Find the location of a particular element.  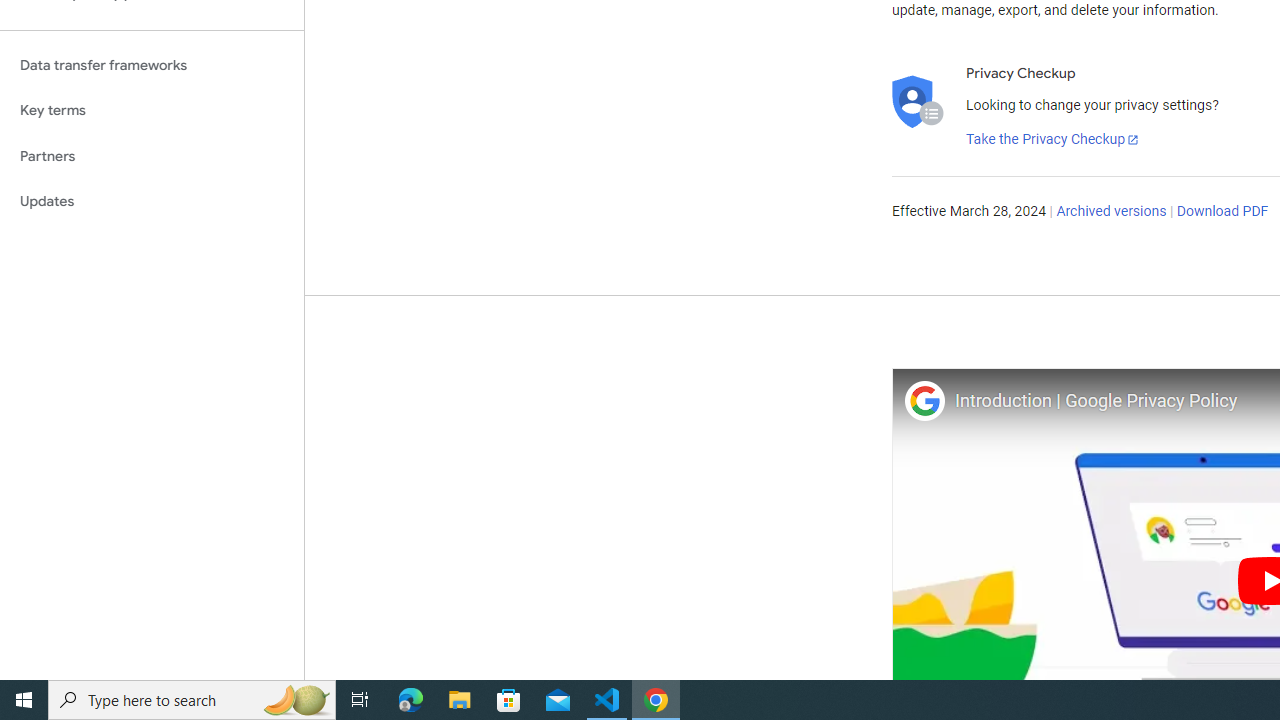

'Updates' is located at coordinates (151, 201).